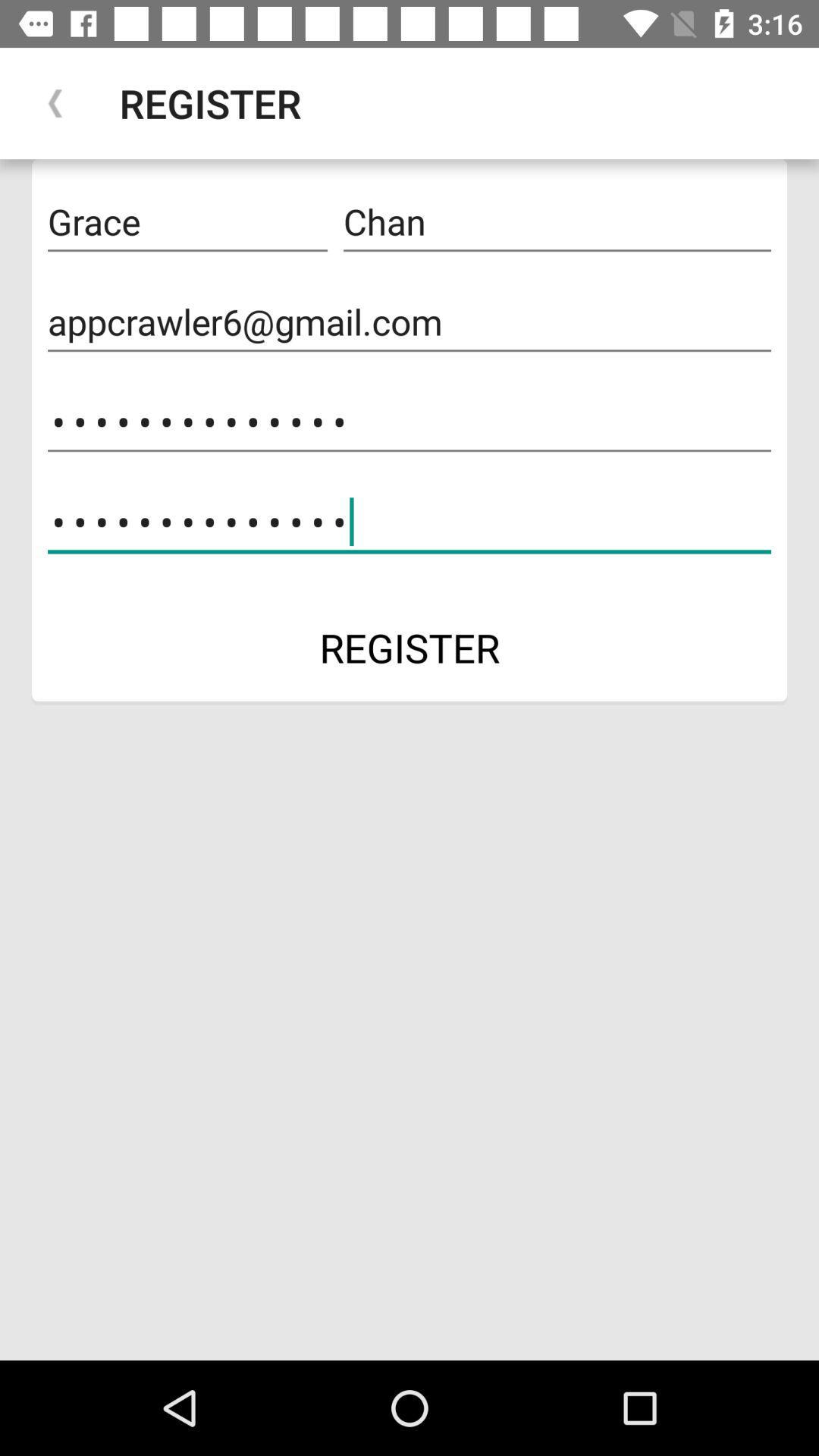  I want to click on icon above the appcrawler6@gmail.com, so click(187, 221).